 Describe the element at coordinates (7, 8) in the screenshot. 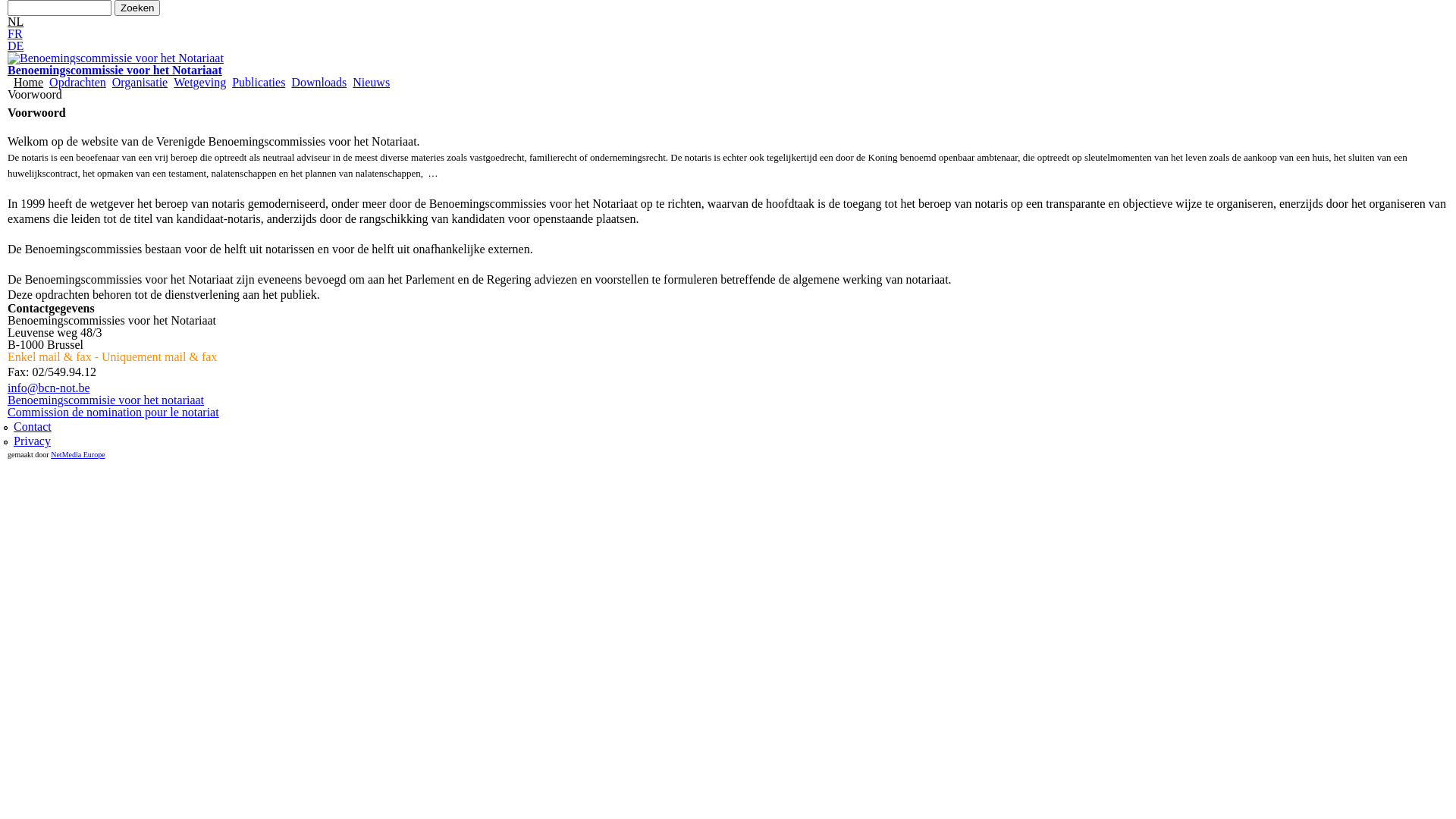

I see `'Geef de woorden op waarnaar u wilt zoeken.'` at that location.